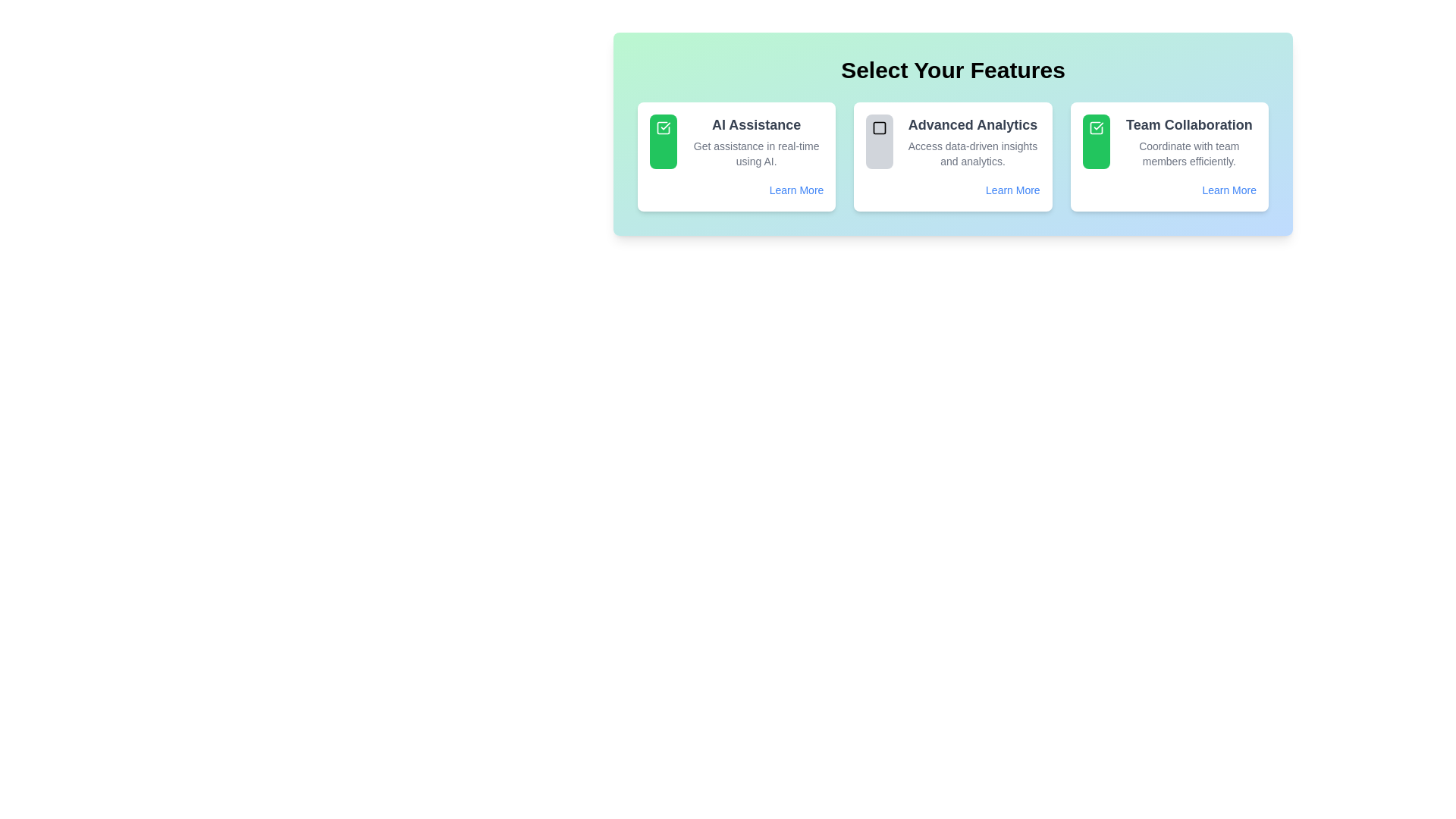 The width and height of the screenshot is (1456, 819). Describe the element at coordinates (972, 154) in the screenshot. I see `the descriptive text label that reads 'Access data-driven insights and analytics.' positioned below 'Advanced Analytics'` at that location.